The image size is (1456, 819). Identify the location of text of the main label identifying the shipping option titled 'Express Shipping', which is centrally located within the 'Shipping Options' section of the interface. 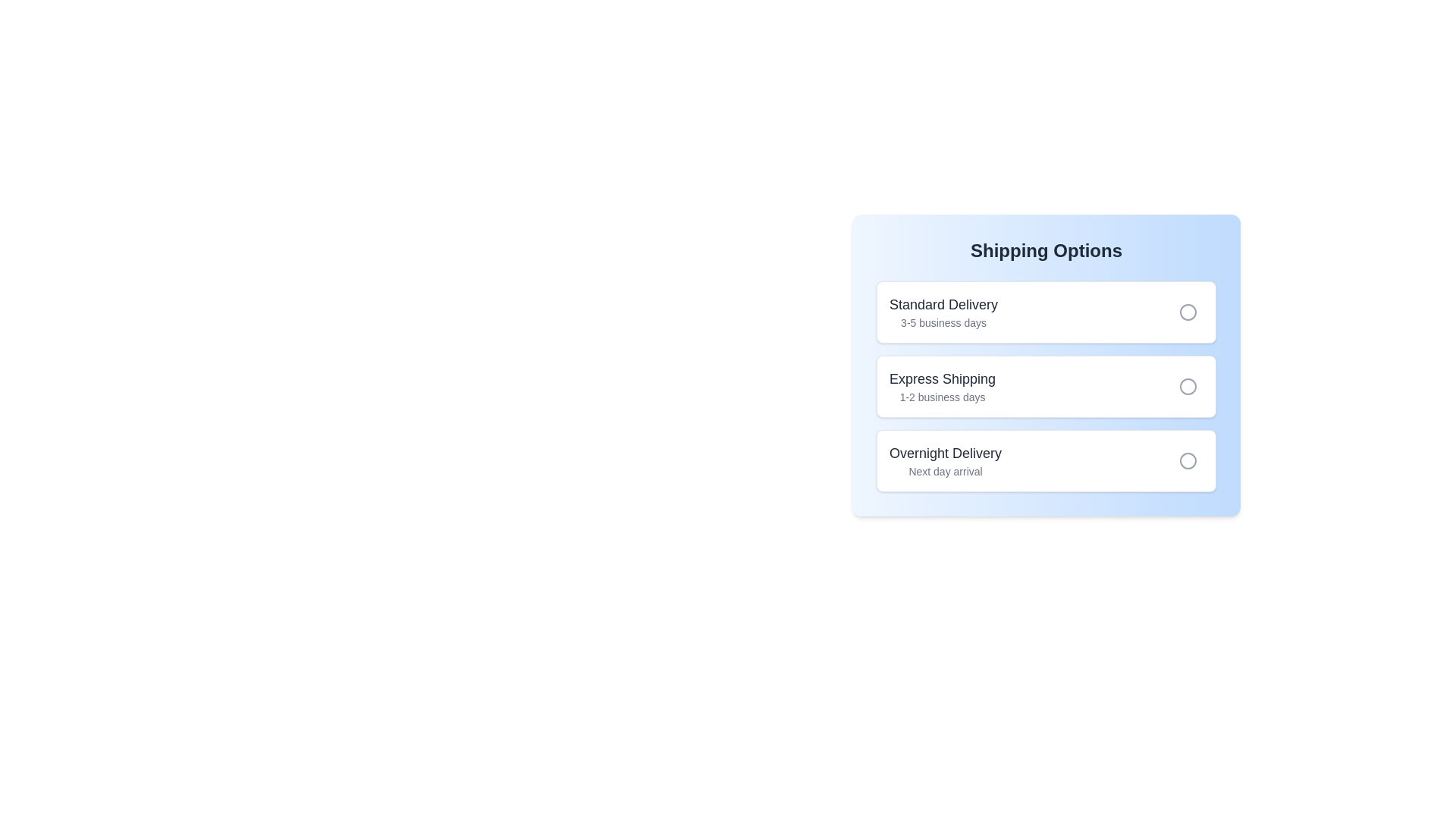
(942, 378).